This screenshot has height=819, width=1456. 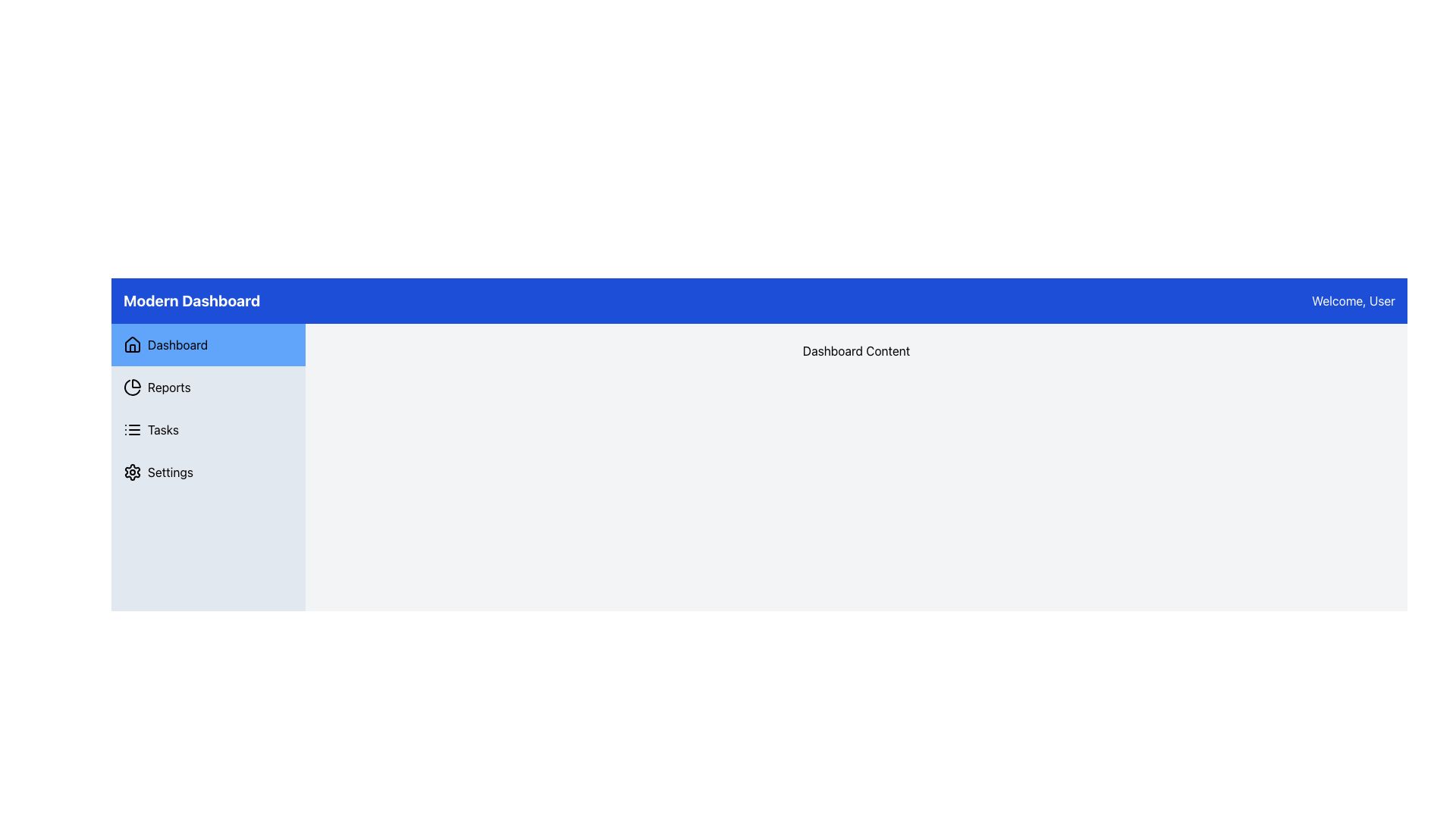 I want to click on the upper, convex segment of the pie chart icon representing the 'Reports' menu item in the vertical menu, so click(x=136, y=382).